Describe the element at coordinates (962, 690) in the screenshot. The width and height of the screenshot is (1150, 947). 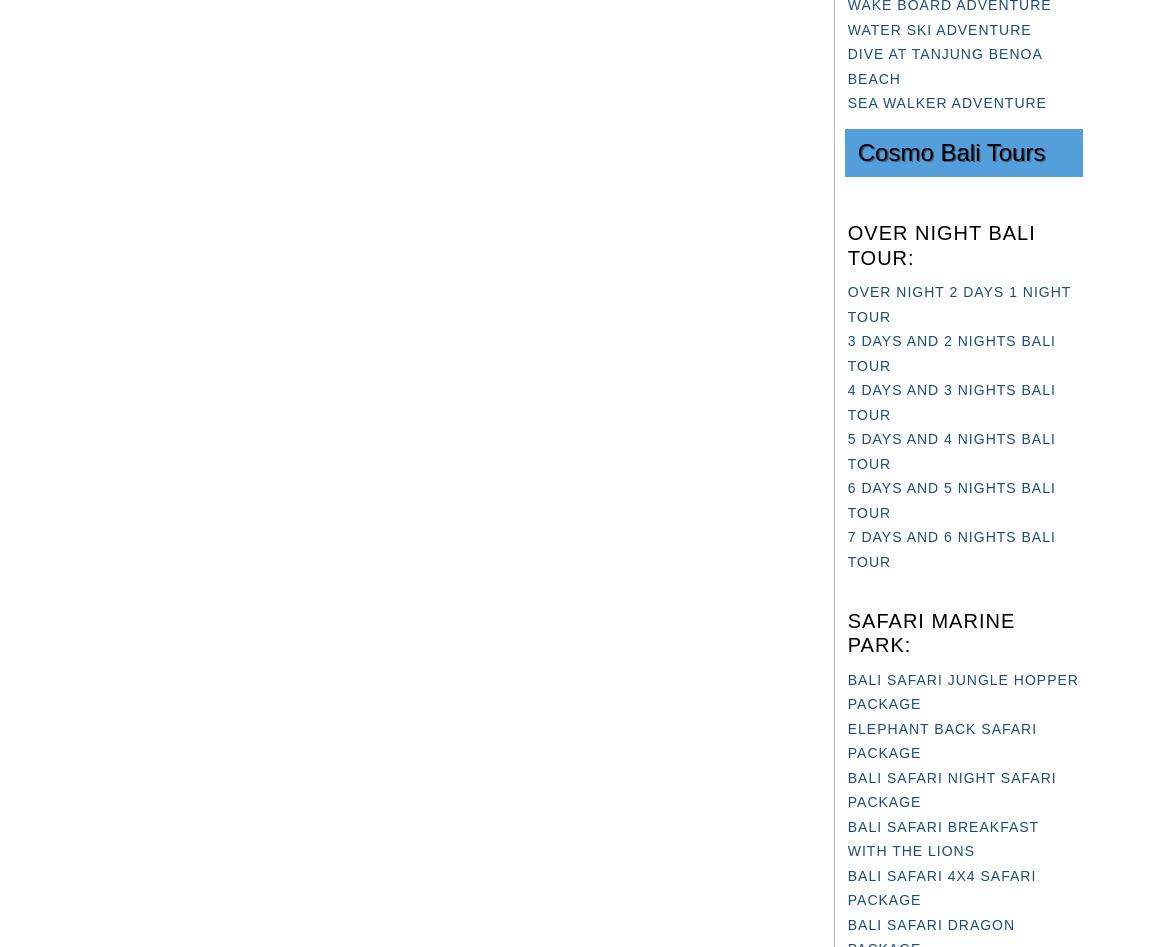
I see `'BALI SAFARI JUNGLE HOPPER PACKAGE'` at that location.